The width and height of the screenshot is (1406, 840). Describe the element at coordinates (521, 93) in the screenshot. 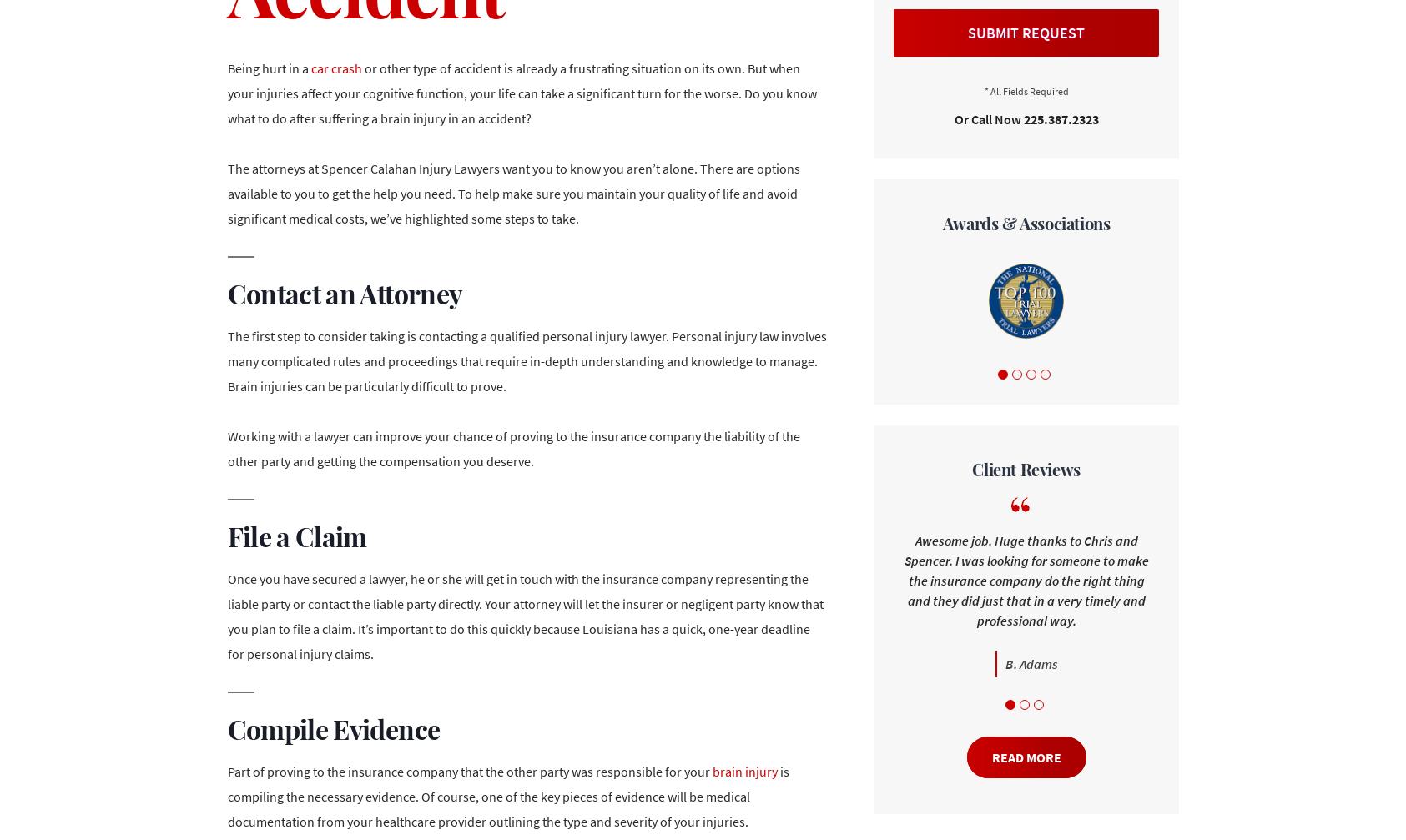

I see `'or other type of accident is already a frustrating situation on its own. But when your injuries affect your cognitive function, your life can take a significant turn for the worse. Do you know what to do after suffering a brain injury in an accident?'` at that location.